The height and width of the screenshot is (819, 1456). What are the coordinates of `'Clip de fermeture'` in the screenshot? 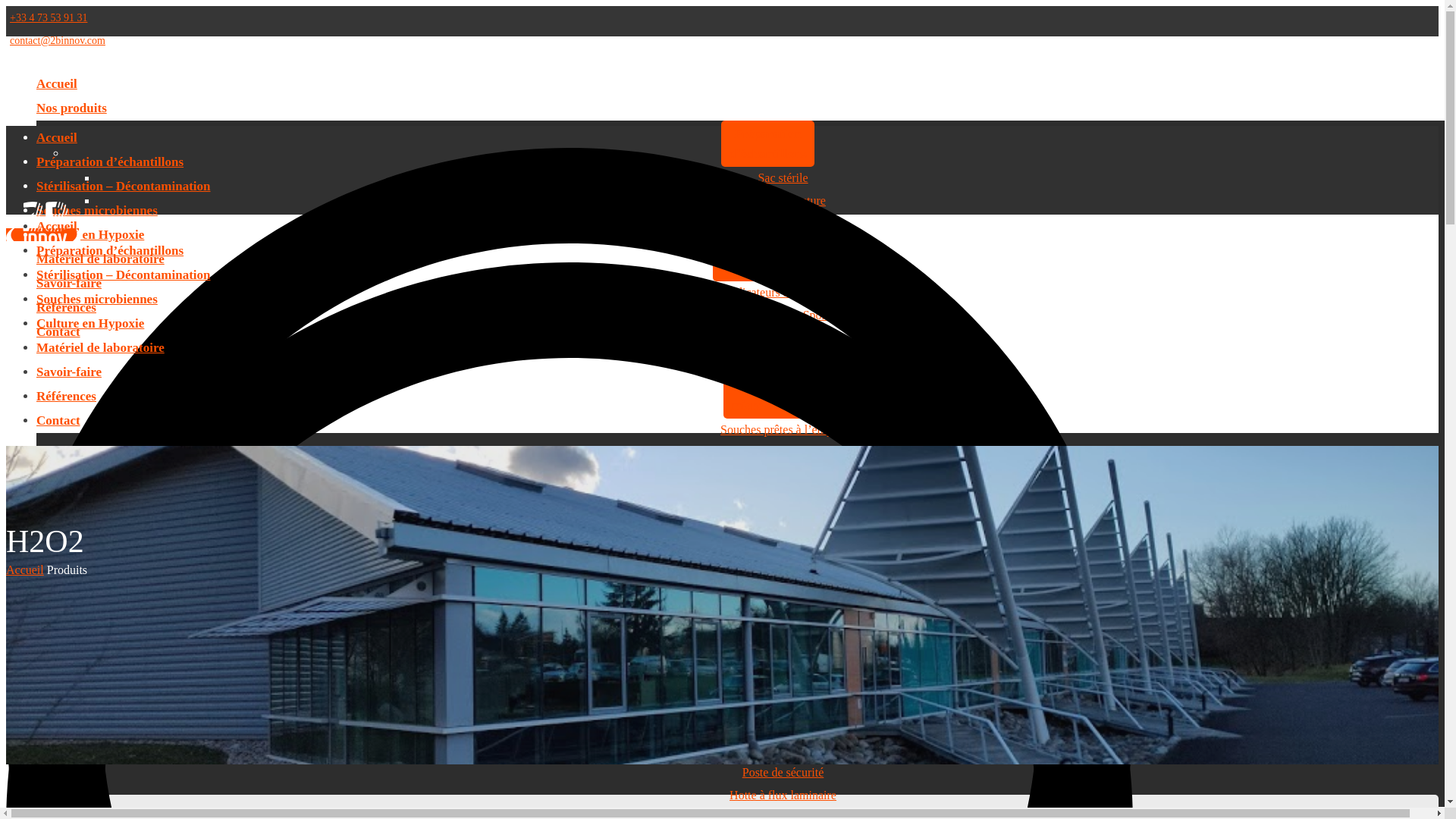 It's located at (783, 199).